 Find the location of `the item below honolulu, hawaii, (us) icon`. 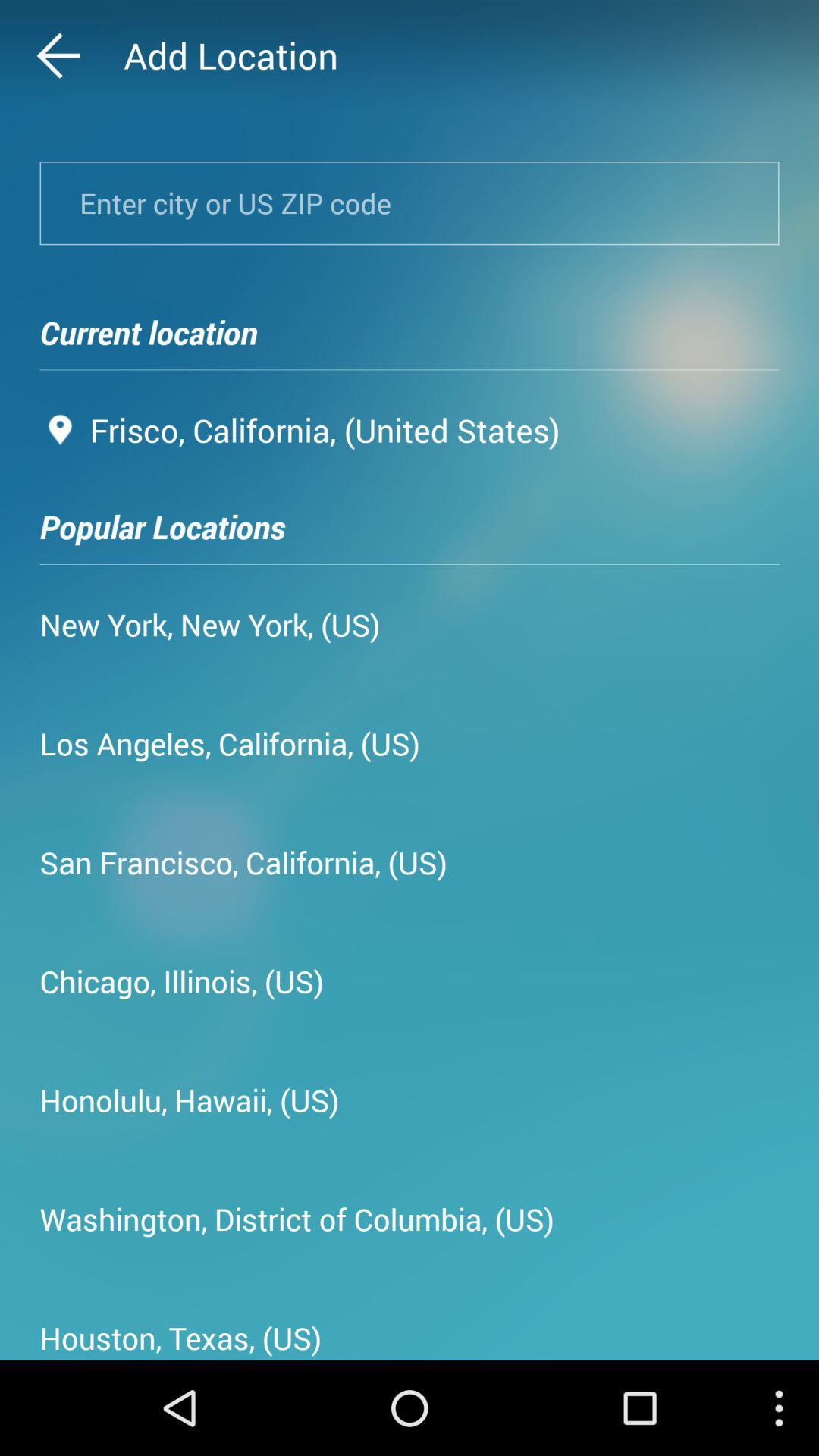

the item below honolulu, hawaii, (us) icon is located at coordinates (297, 1219).